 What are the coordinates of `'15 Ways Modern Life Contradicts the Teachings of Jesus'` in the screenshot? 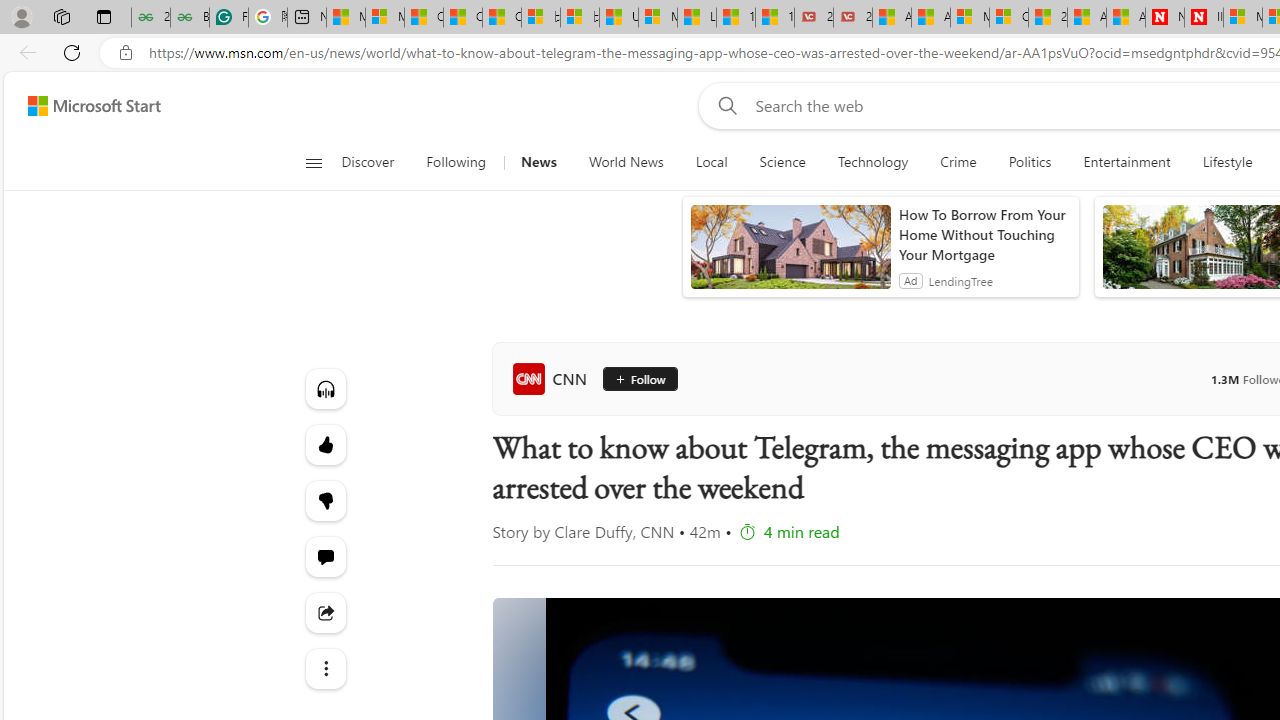 It's located at (774, 17).